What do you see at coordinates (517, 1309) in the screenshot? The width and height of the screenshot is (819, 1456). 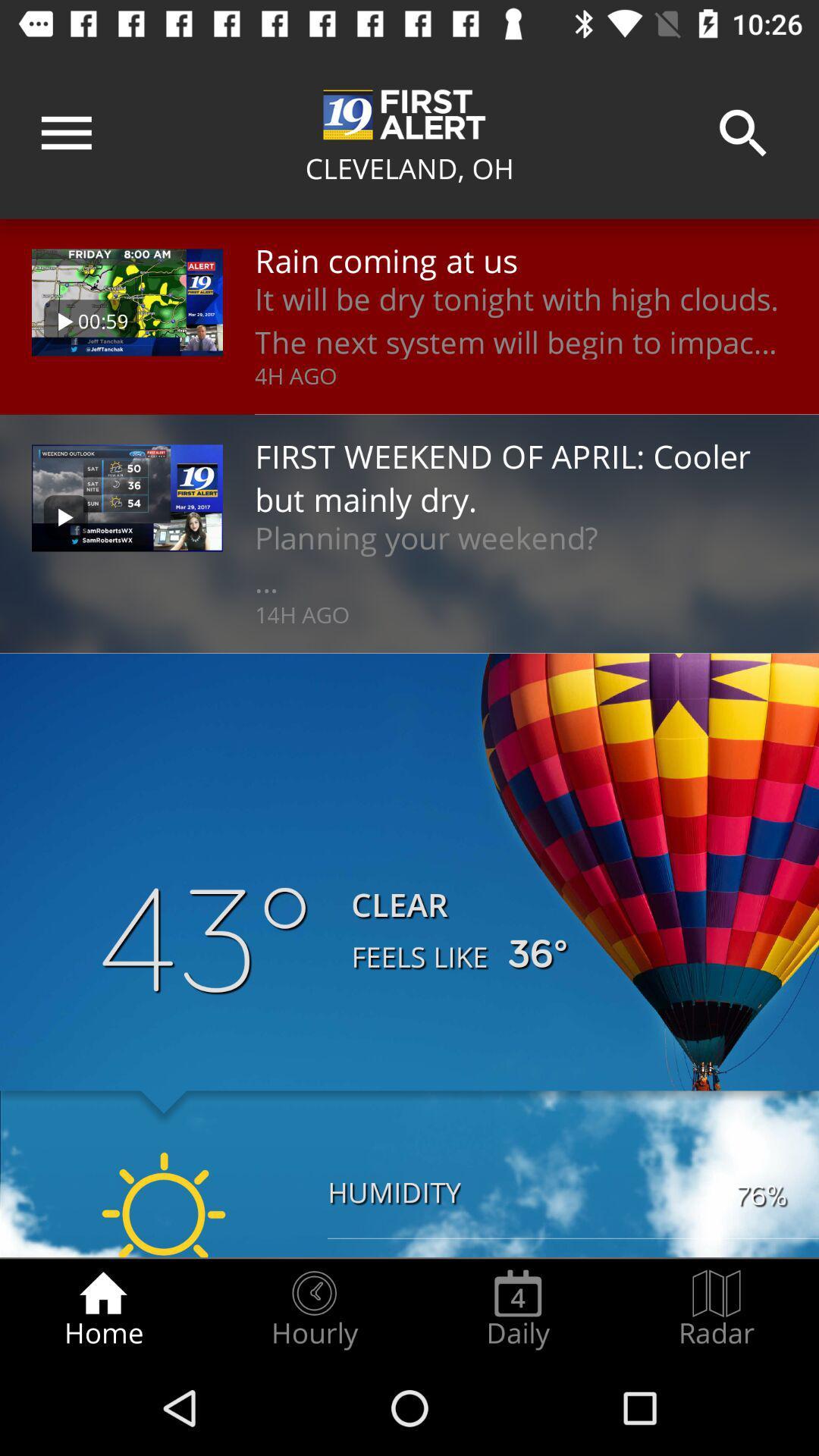 I see `the radio button next to the radar icon` at bounding box center [517, 1309].